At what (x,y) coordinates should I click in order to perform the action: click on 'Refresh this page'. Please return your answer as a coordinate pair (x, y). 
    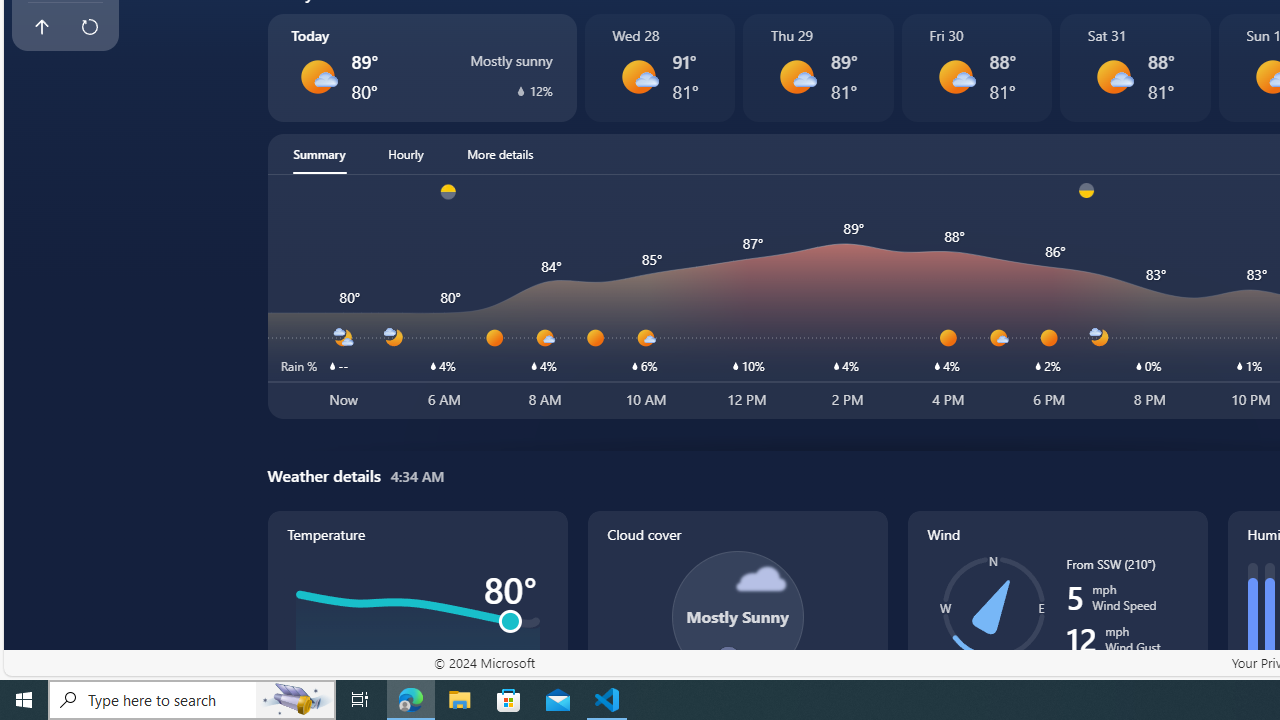
    Looking at the image, I should click on (88, 27).